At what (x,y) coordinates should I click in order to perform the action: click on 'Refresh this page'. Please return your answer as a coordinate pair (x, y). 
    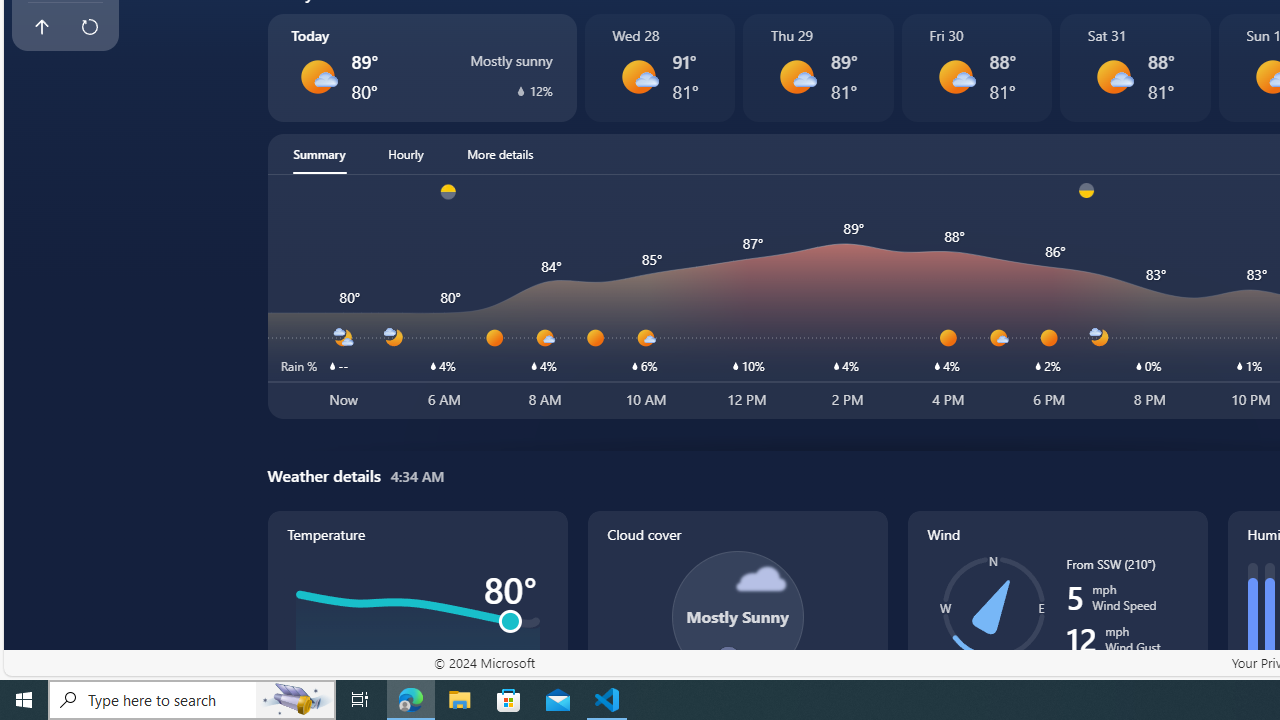
    Looking at the image, I should click on (88, 27).